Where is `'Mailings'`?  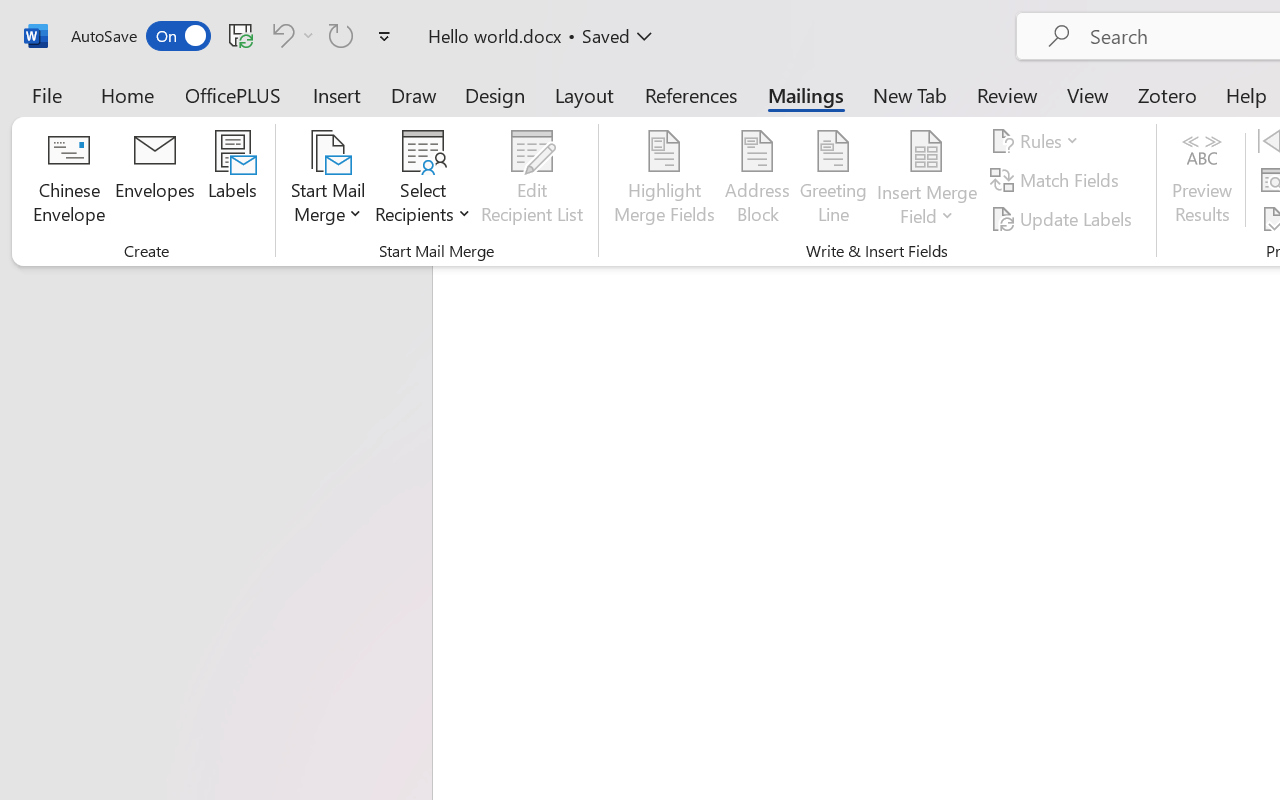
'Mailings' is located at coordinates (806, 94).